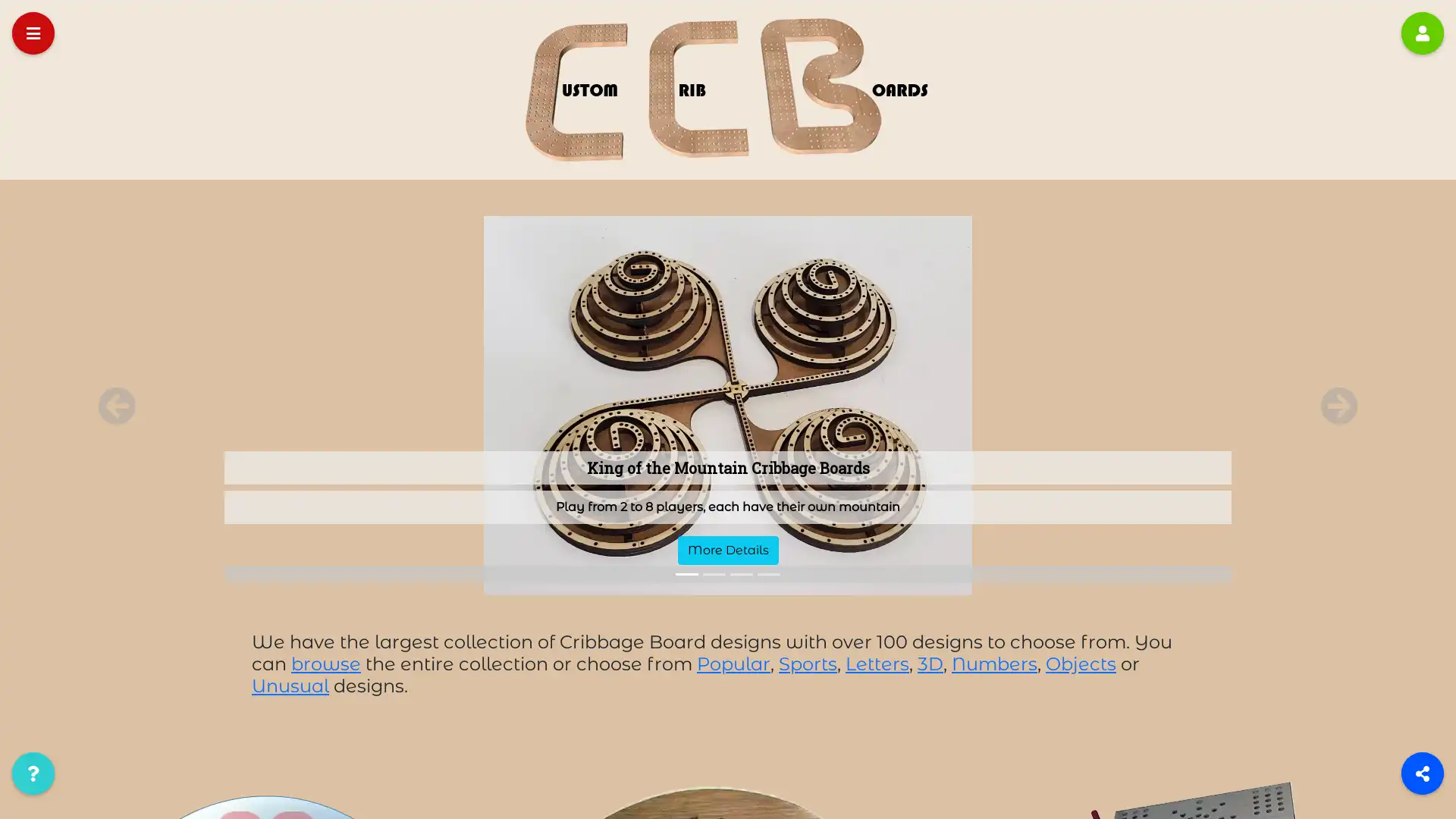  What do you see at coordinates (115, 405) in the screenshot?
I see `Previous` at bounding box center [115, 405].